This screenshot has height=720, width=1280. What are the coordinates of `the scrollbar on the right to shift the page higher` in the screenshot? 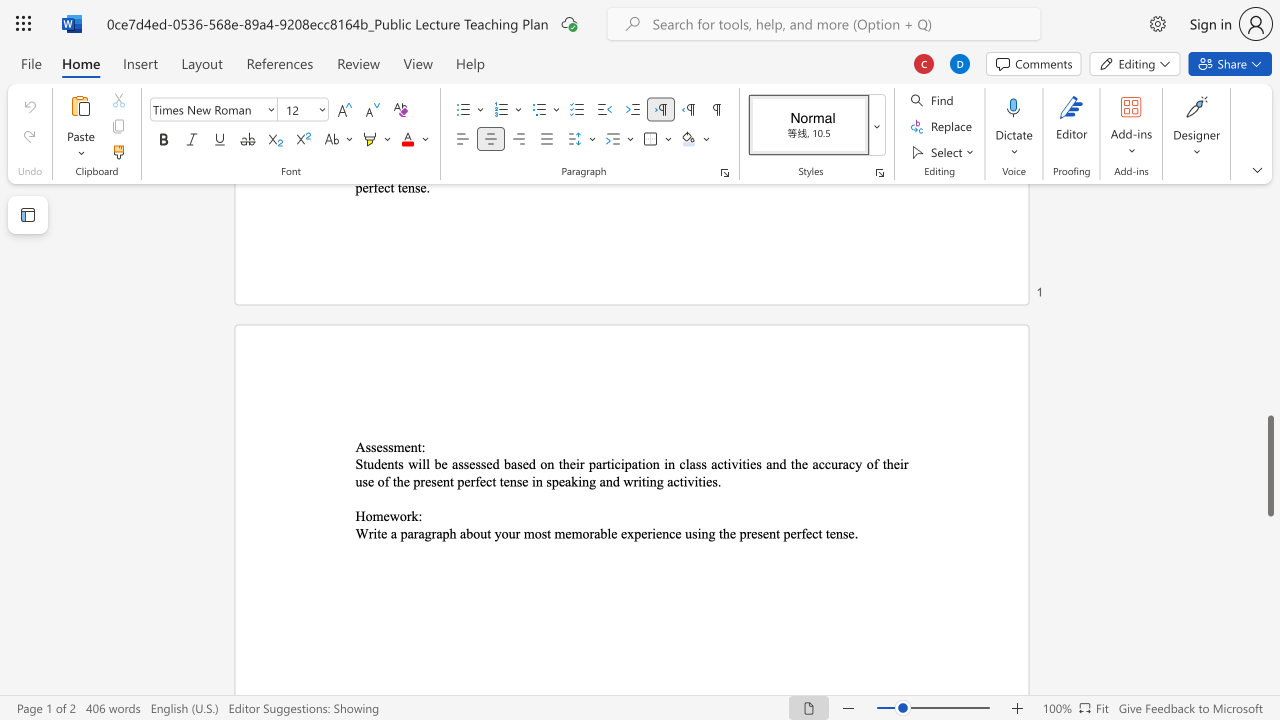 It's located at (1269, 248).